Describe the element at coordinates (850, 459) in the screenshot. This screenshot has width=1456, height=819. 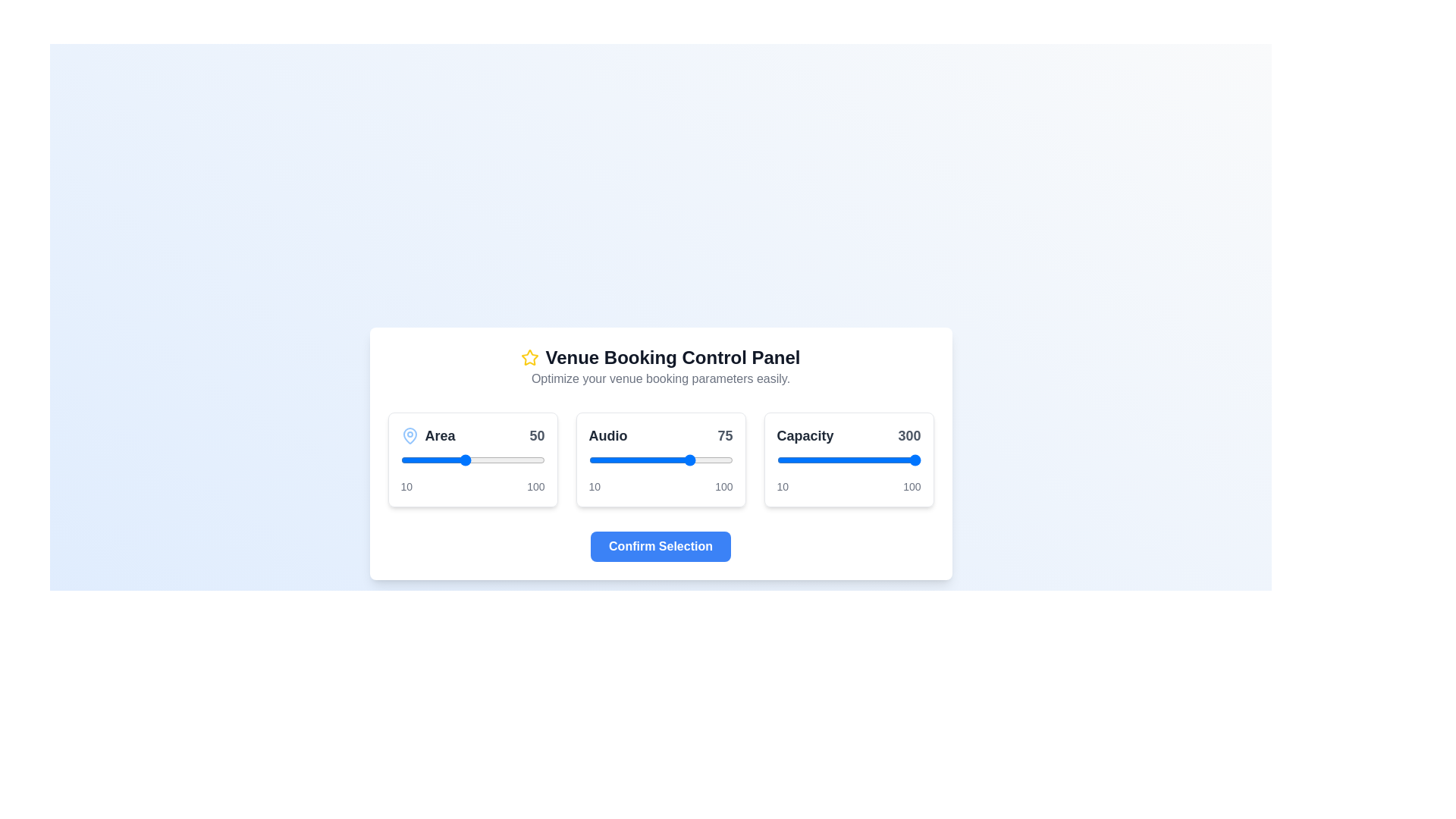
I see `capacity` at that location.